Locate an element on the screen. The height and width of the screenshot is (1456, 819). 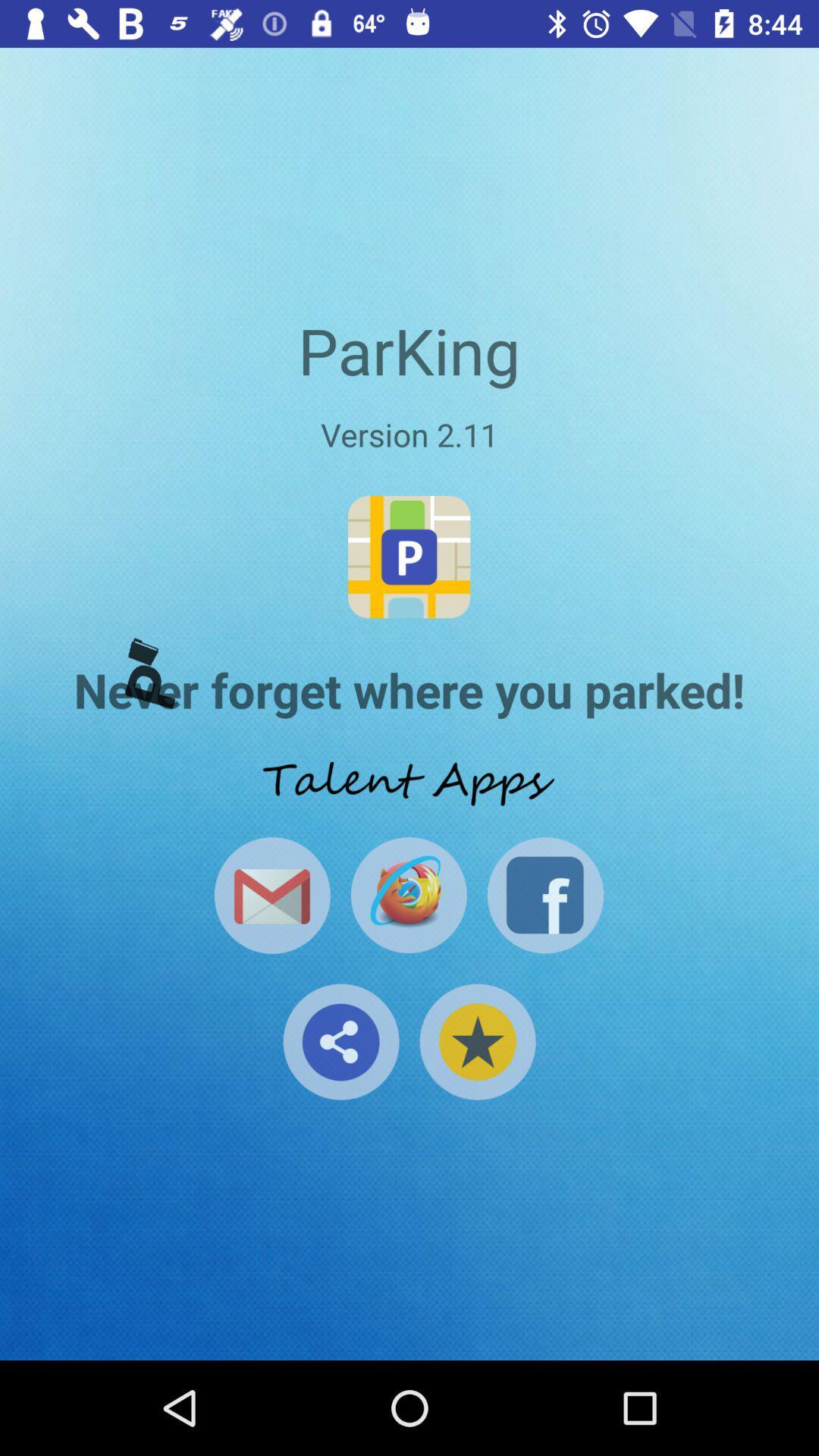
to favorite is located at coordinates (476, 1040).